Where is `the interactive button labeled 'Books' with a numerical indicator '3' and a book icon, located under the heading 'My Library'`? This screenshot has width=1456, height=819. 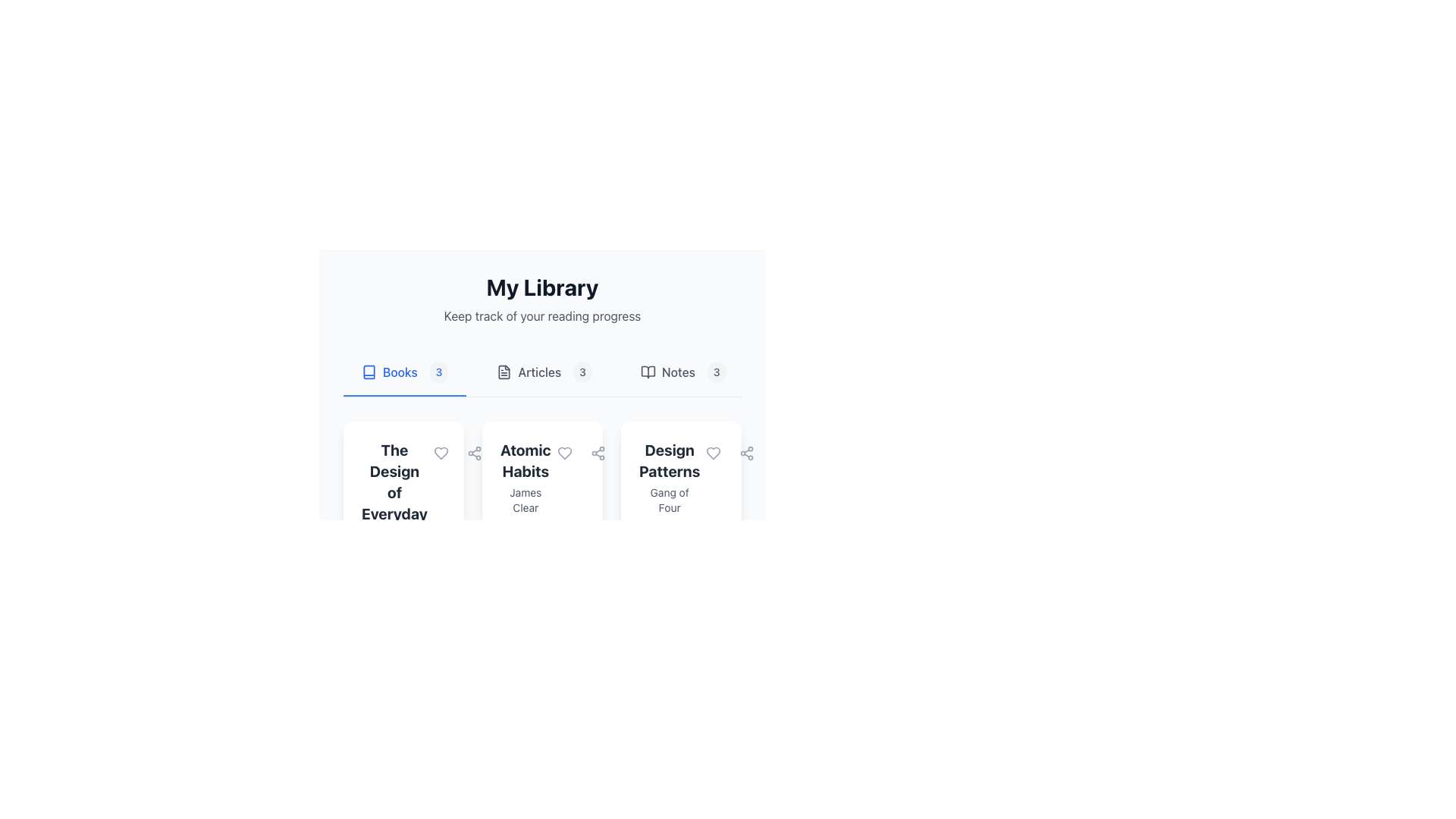
the interactive button labeled 'Books' with a numerical indicator '3' and a book icon, located under the heading 'My Library' is located at coordinates (405, 373).